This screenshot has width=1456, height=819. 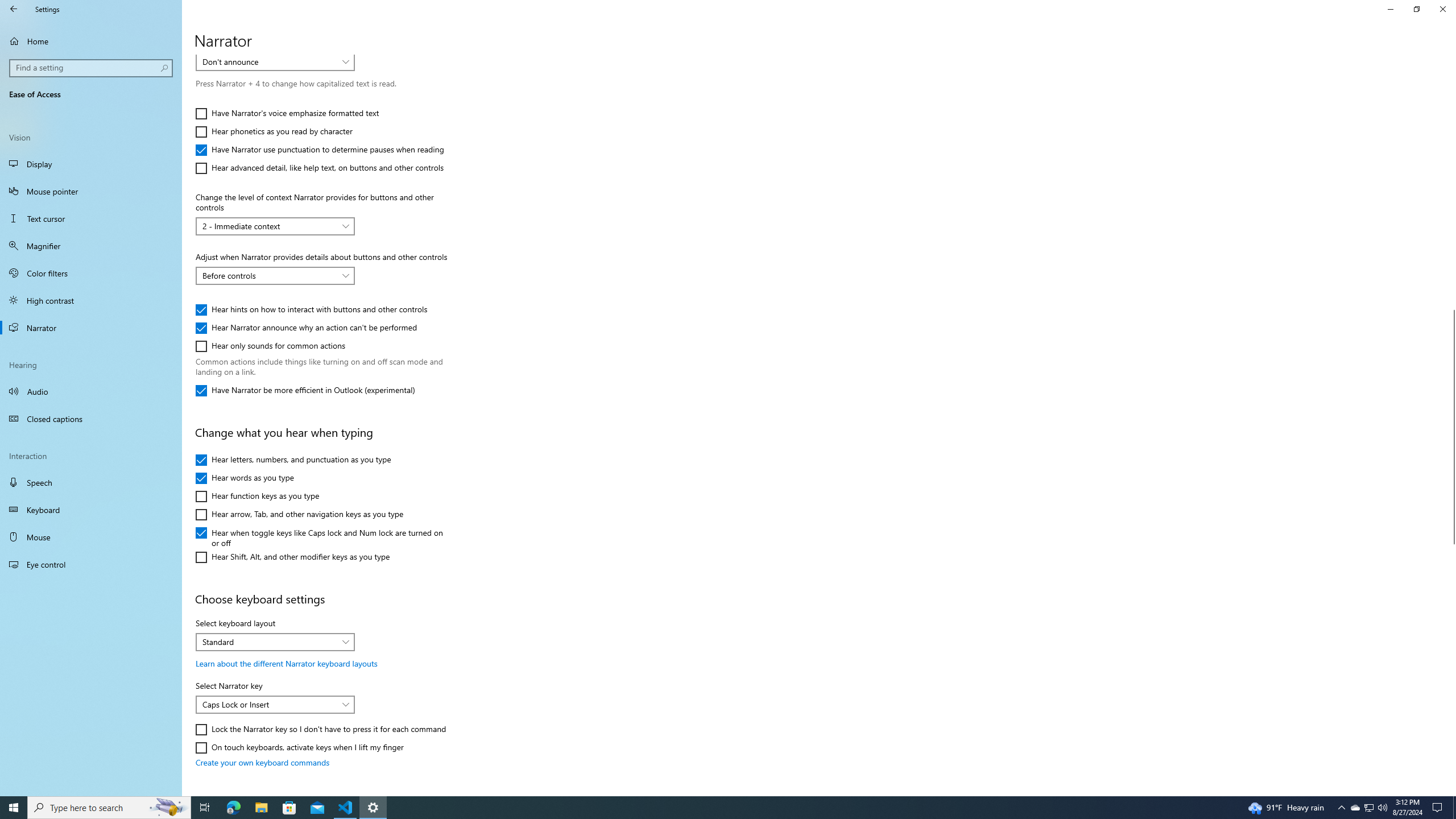 What do you see at coordinates (299, 514) in the screenshot?
I see `'Hear arrow, Tab, and other navigation keys as you type'` at bounding box center [299, 514].